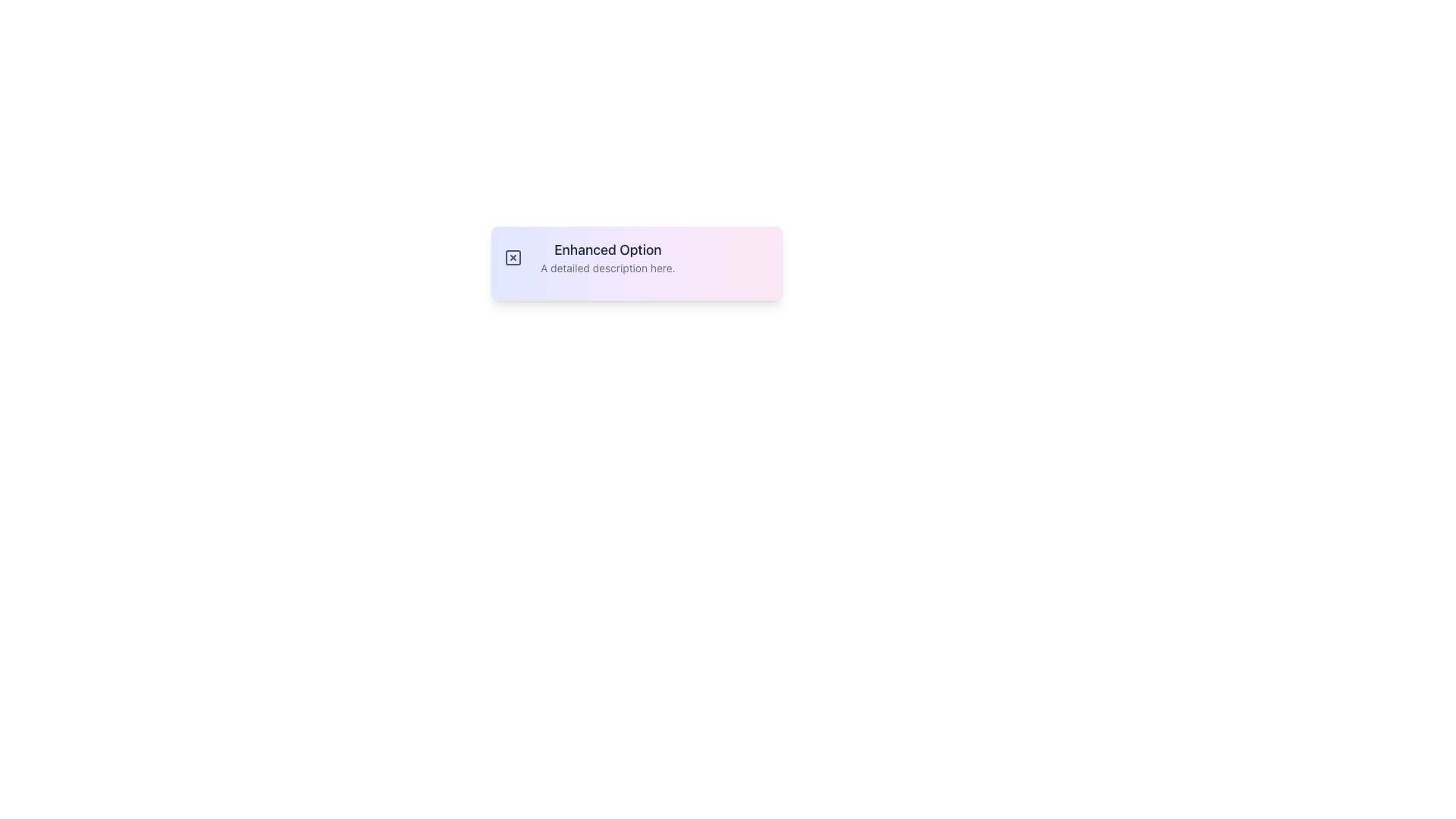 The image size is (1456, 819). What do you see at coordinates (516, 256) in the screenshot?
I see `the Icon button located to the left of the text 'Enhanced Option'` at bounding box center [516, 256].